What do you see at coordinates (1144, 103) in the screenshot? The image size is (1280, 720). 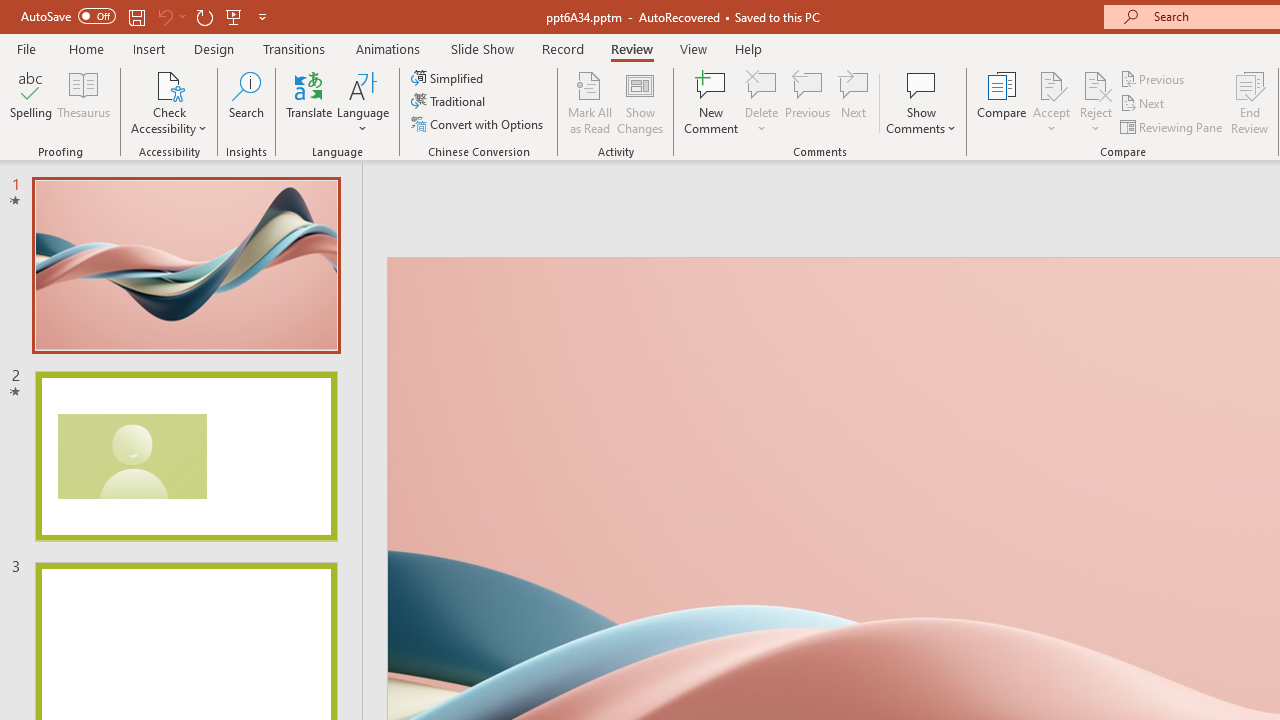 I see `'Next'` at bounding box center [1144, 103].